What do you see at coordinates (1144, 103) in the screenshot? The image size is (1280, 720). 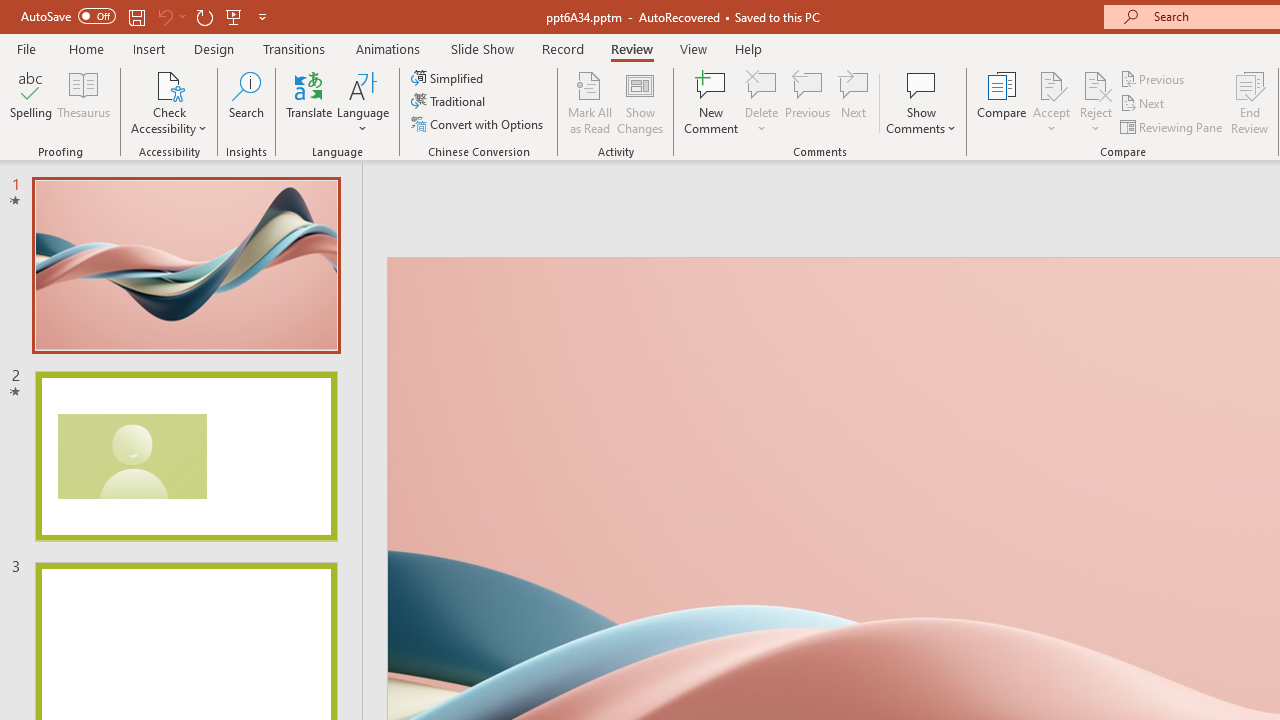 I see `'Next'` at bounding box center [1144, 103].